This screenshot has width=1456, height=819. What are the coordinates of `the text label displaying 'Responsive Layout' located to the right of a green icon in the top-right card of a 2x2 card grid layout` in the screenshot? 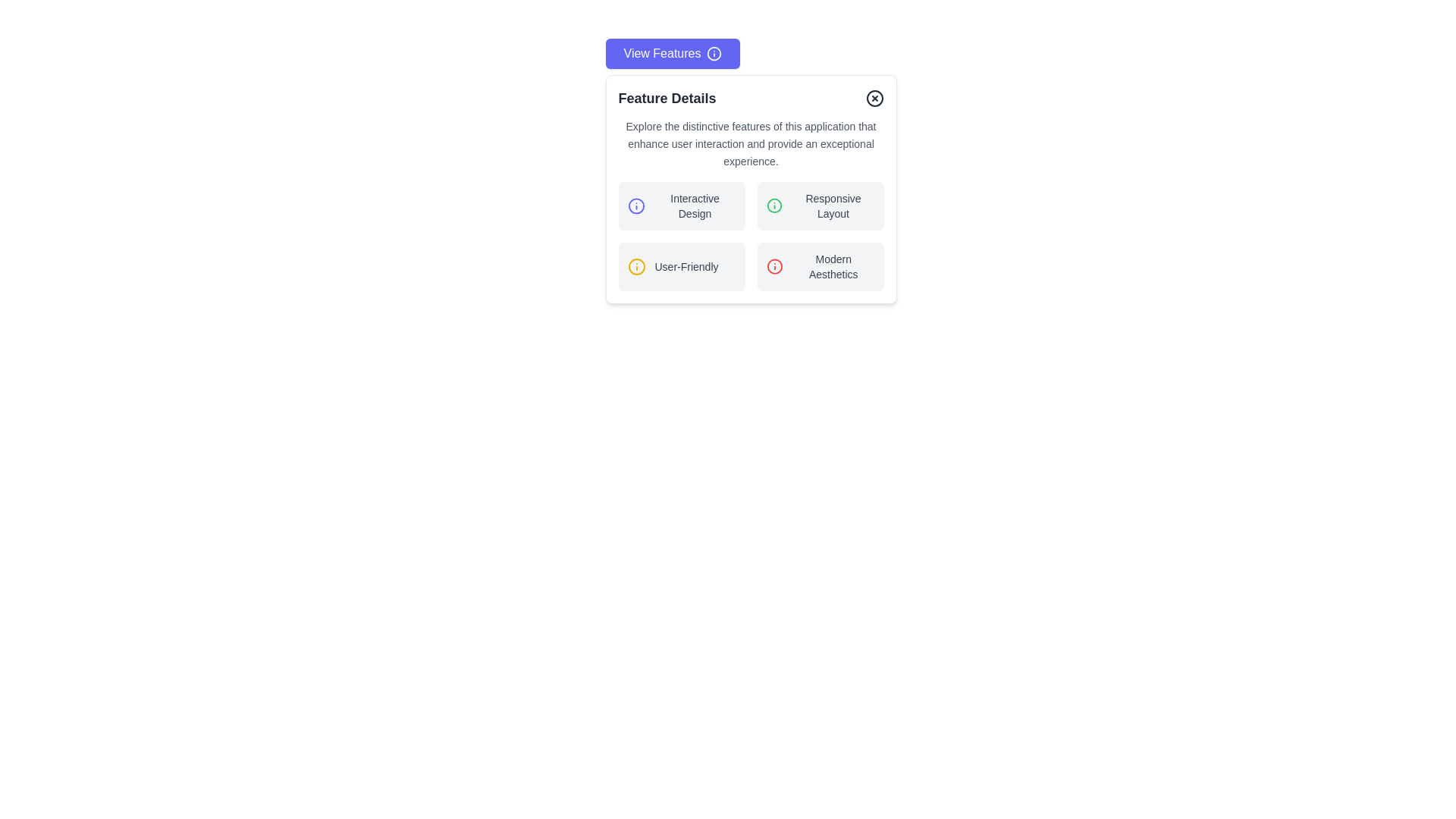 It's located at (833, 206).